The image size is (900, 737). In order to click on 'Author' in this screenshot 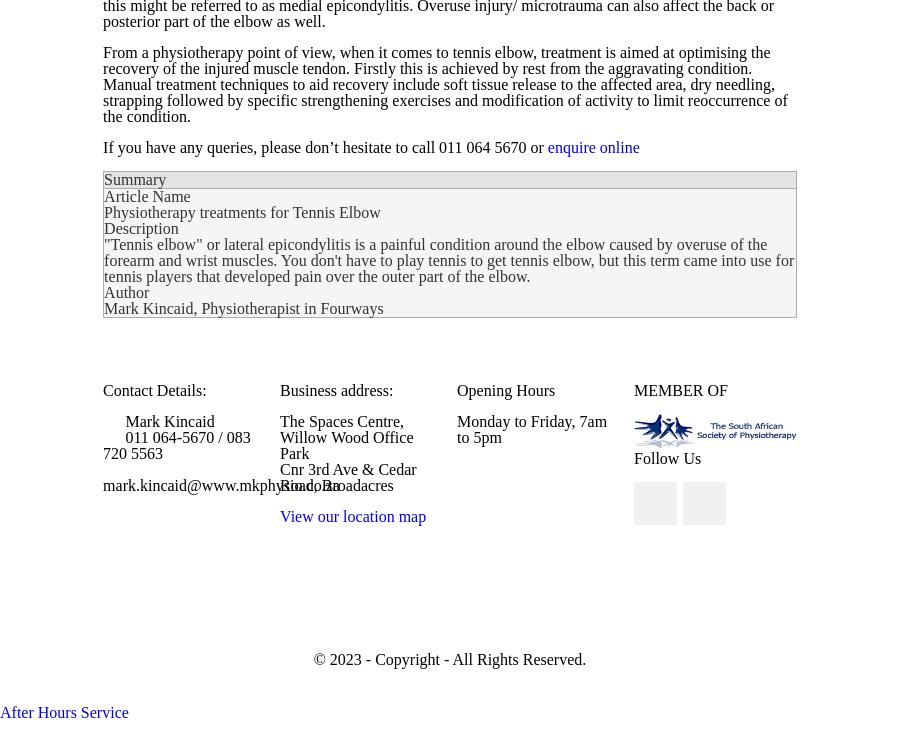, I will do `click(126, 292)`.